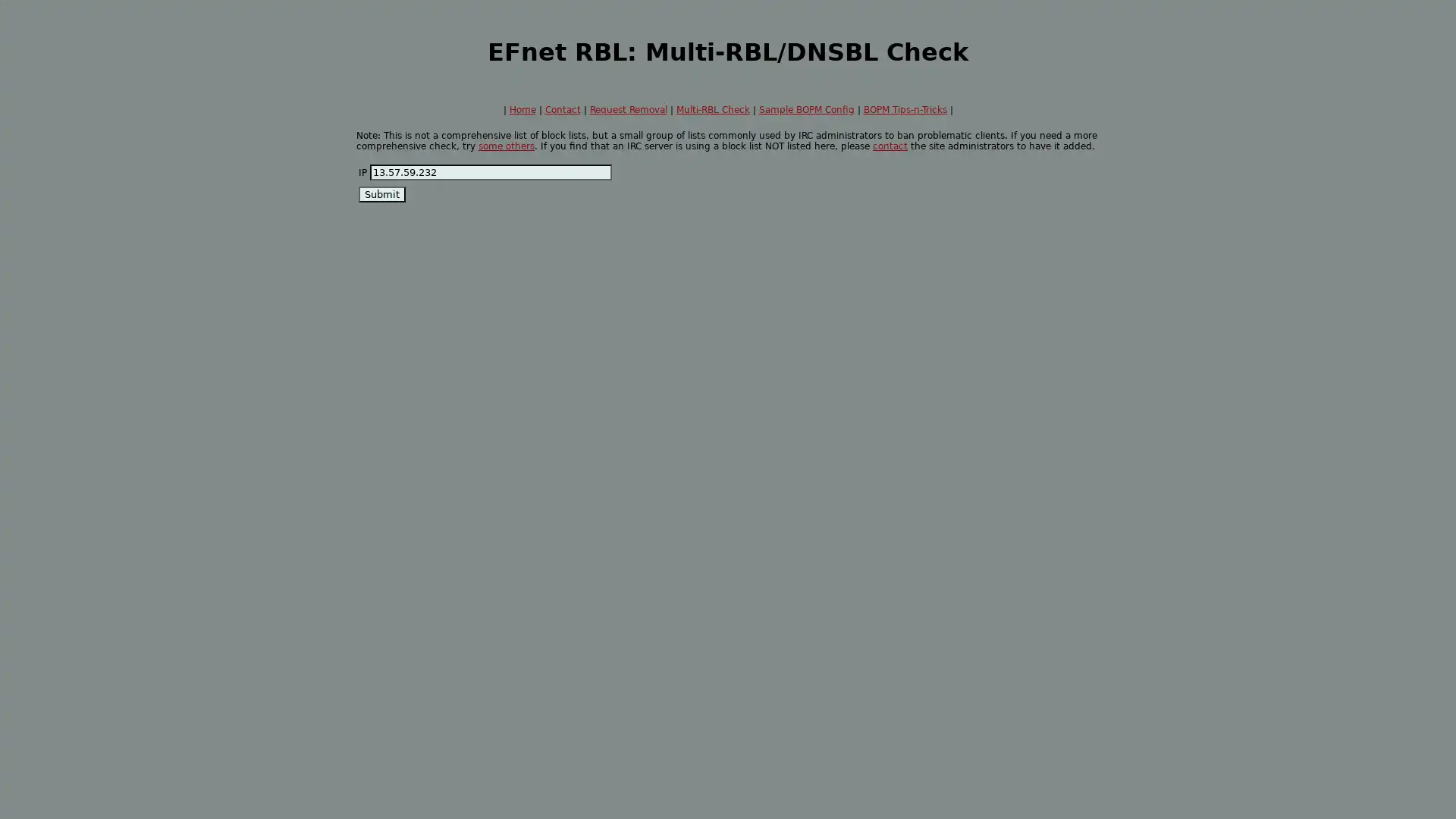 The width and height of the screenshot is (1456, 819). What do you see at coordinates (382, 193) in the screenshot?
I see `Submit` at bounding box center [382, 193].